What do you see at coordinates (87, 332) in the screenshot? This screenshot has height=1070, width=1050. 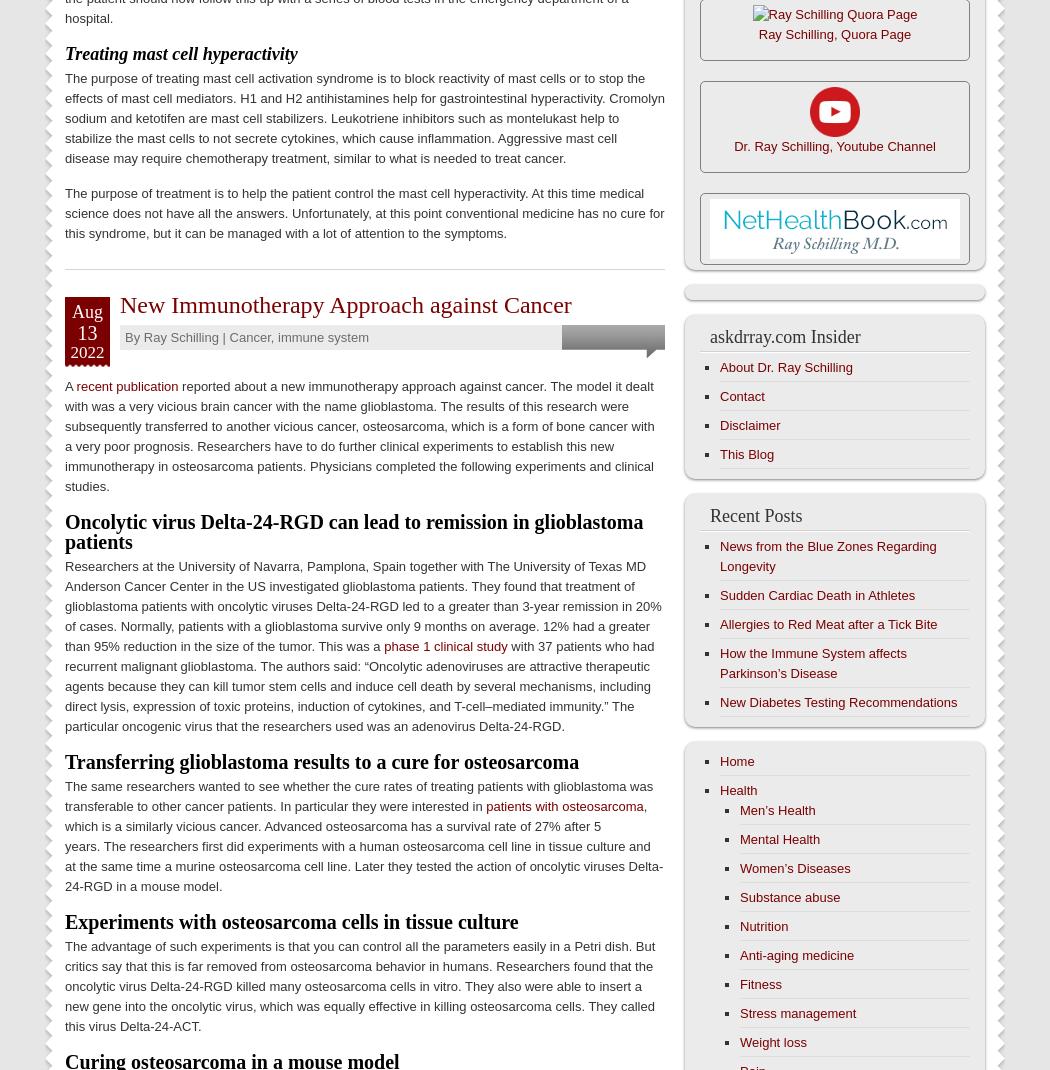 I see `'13'` at bounding box center [87, 332].